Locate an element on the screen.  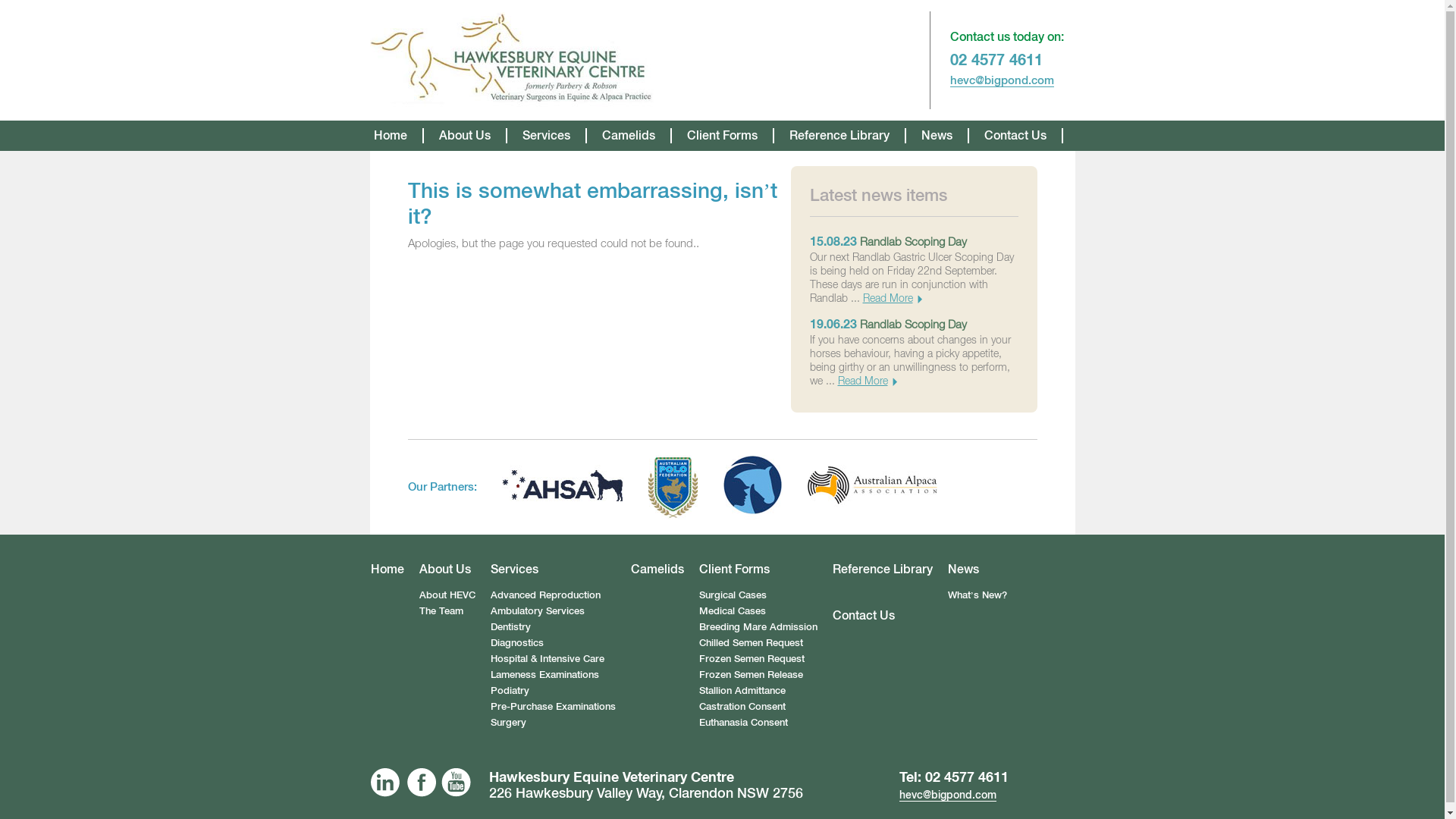
'Pre-Purchase Examinations' is located at coordinates (552, 706).